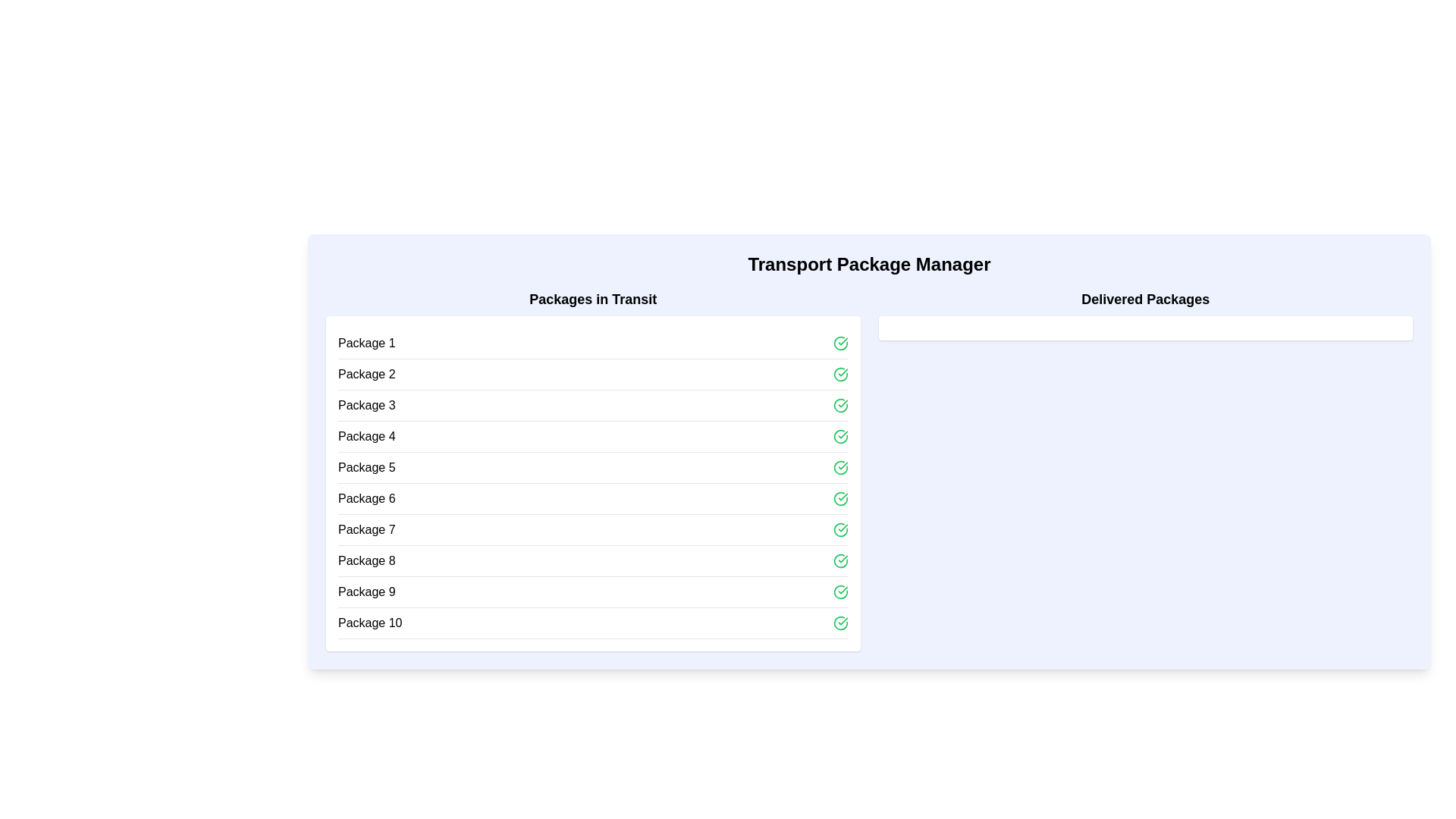 The image size is (1456, 819). Describe the element at coordinates (839, 499) in the screenshot. I see `the status icon for 'Package 6', located at the far right of the corresponding row to visually confirm its completion status` at that location.